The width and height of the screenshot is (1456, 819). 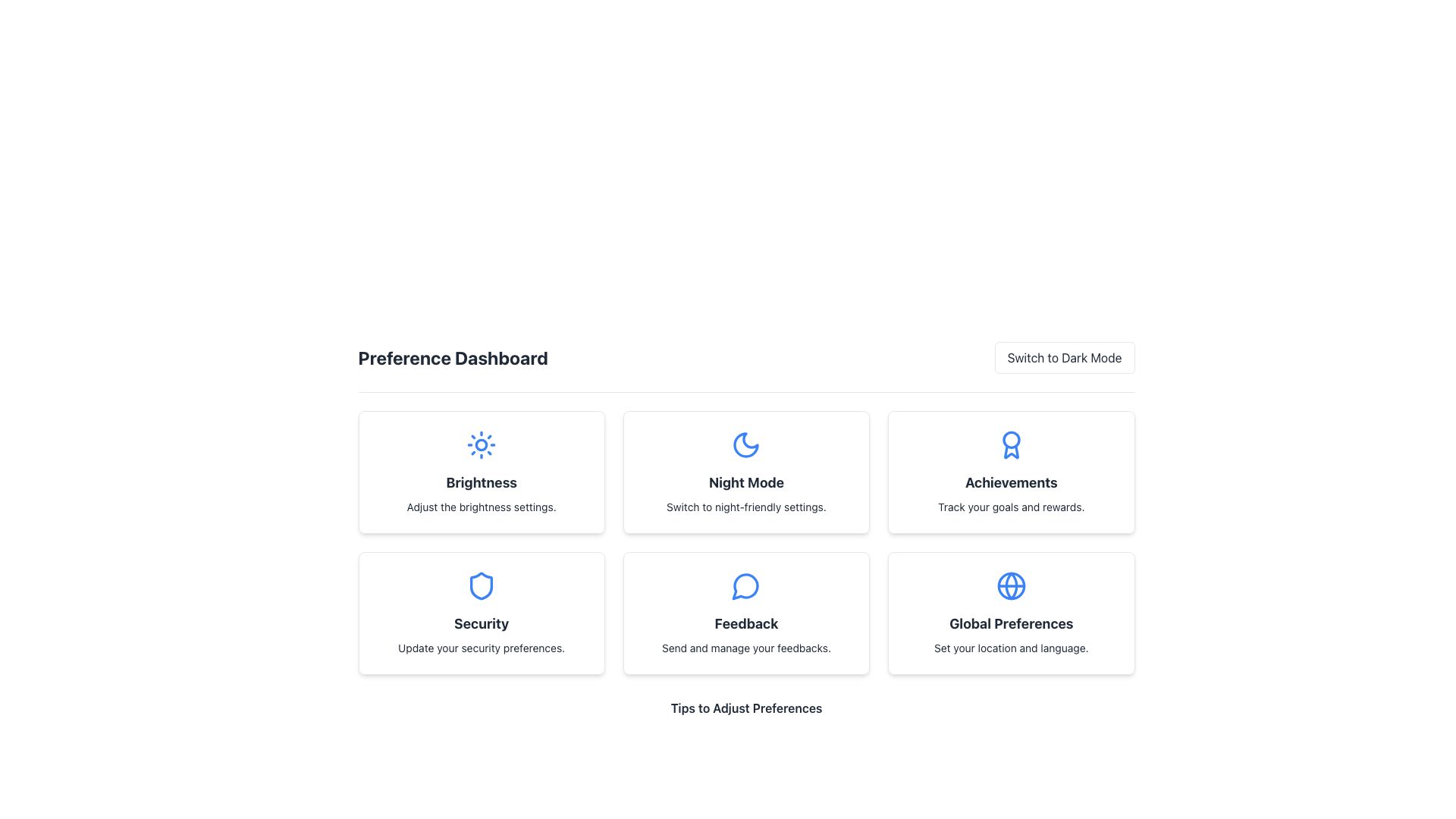 I want to click on the circular blue icon containing a rosette design, located above the 'Achievements' text on the third card in the top row of the grid layout, so click(x=1011, y=444).